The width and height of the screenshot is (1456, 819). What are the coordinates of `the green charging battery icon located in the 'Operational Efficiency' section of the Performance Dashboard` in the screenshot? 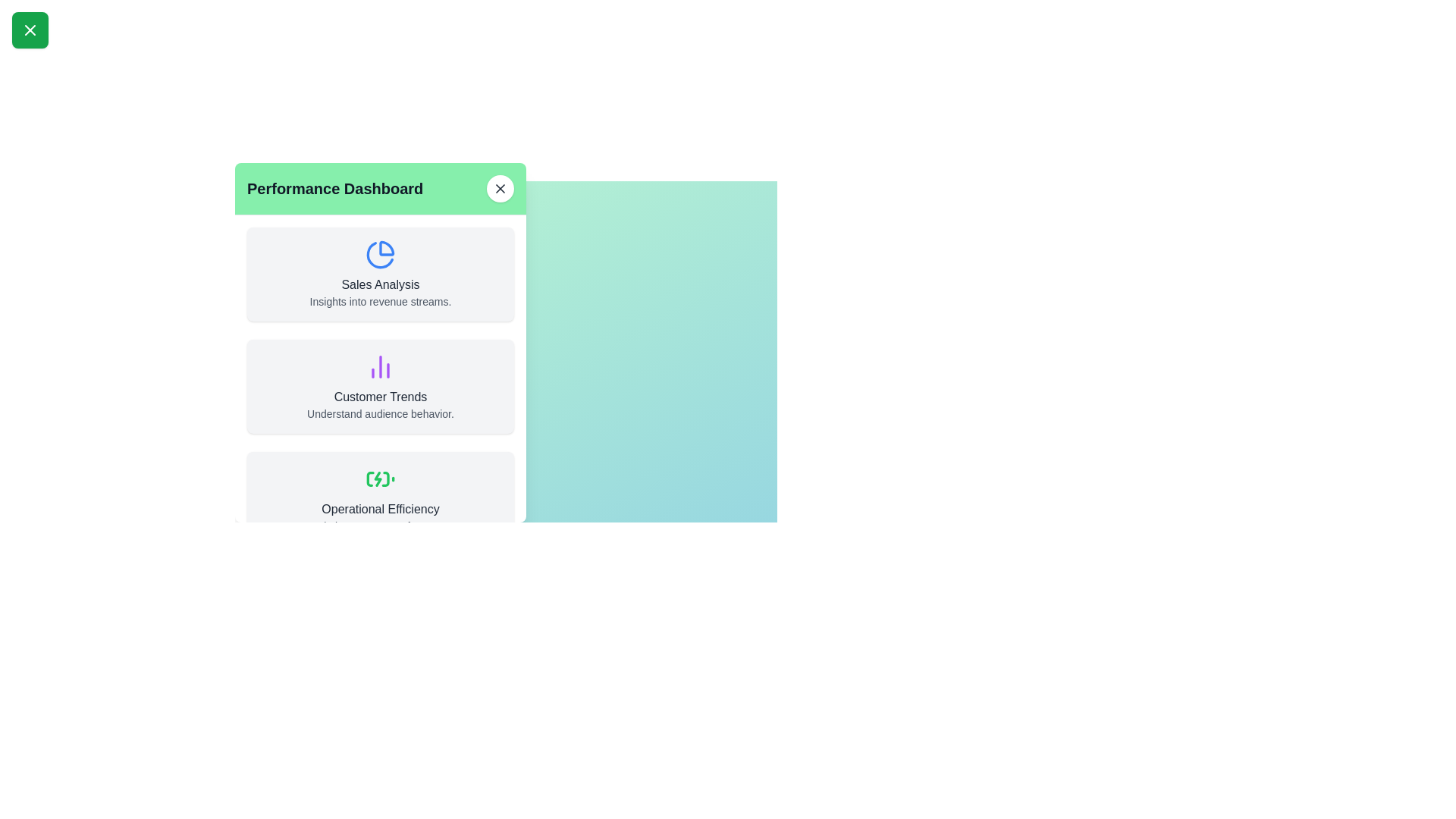 It's located at (381, 479).